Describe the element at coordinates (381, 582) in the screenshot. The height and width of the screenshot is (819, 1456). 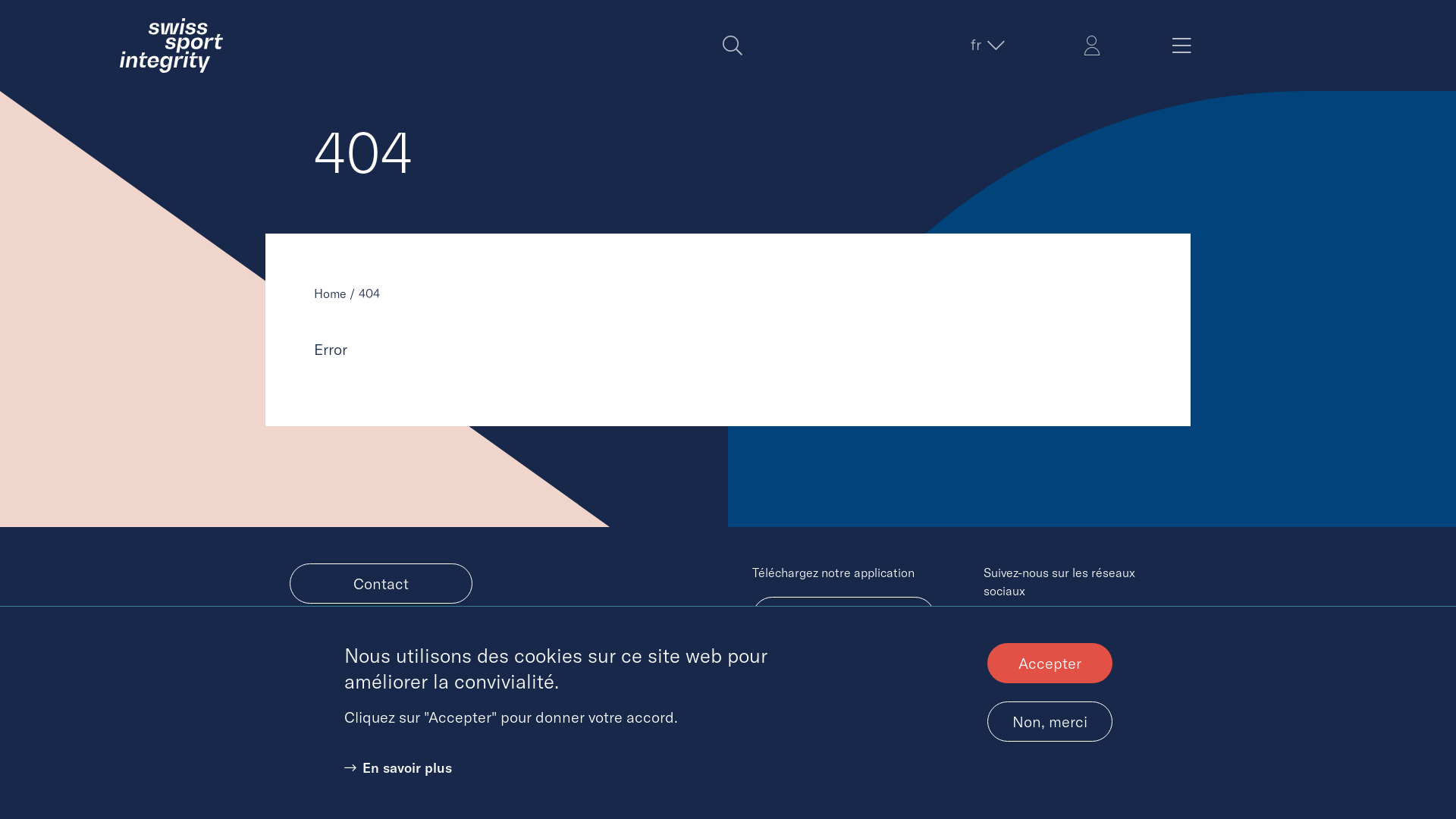
I see `'Contact'` at that location.